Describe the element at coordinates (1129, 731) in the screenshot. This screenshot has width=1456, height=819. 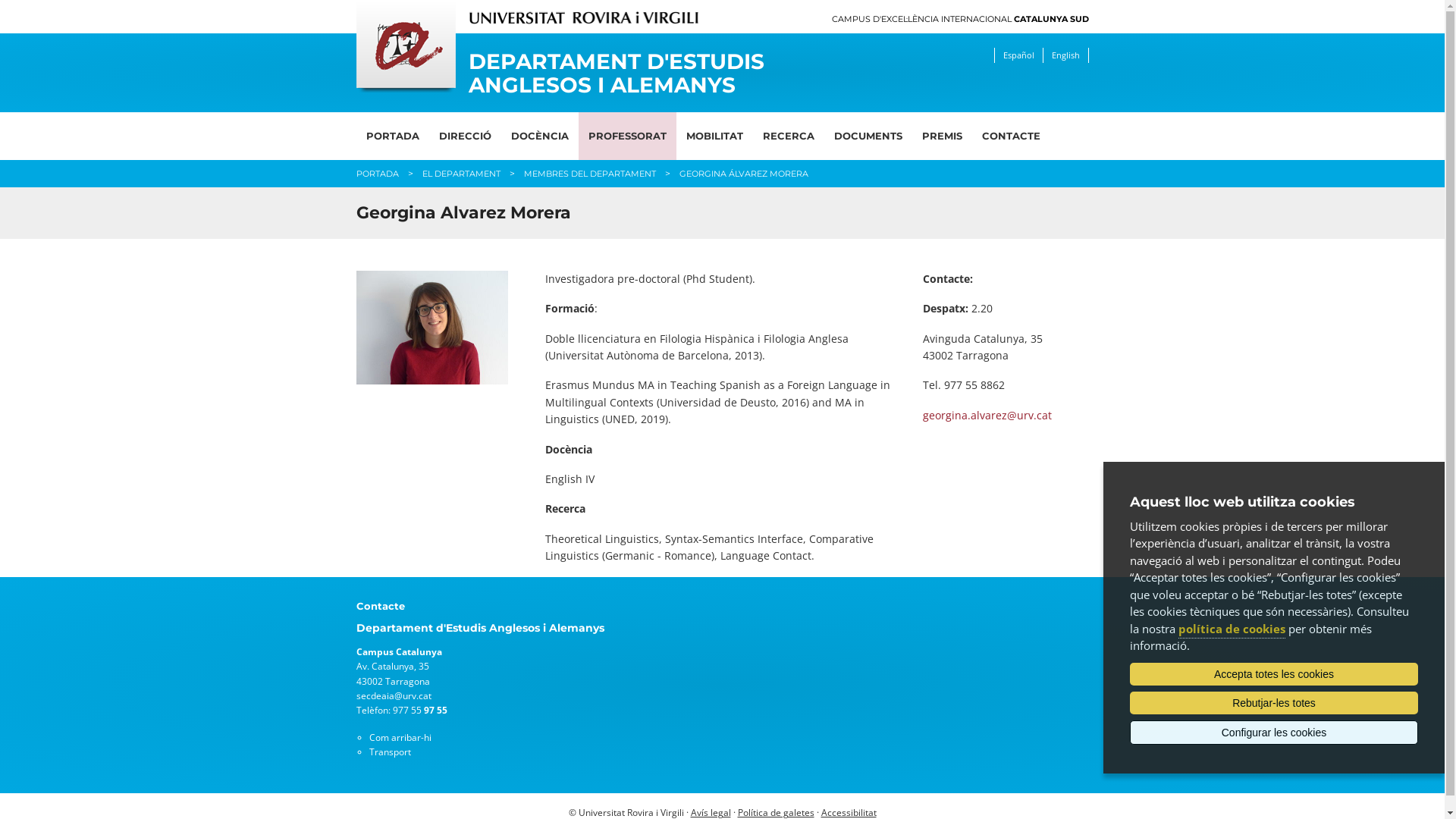
I see `'Configurar les cookies'` at that location.